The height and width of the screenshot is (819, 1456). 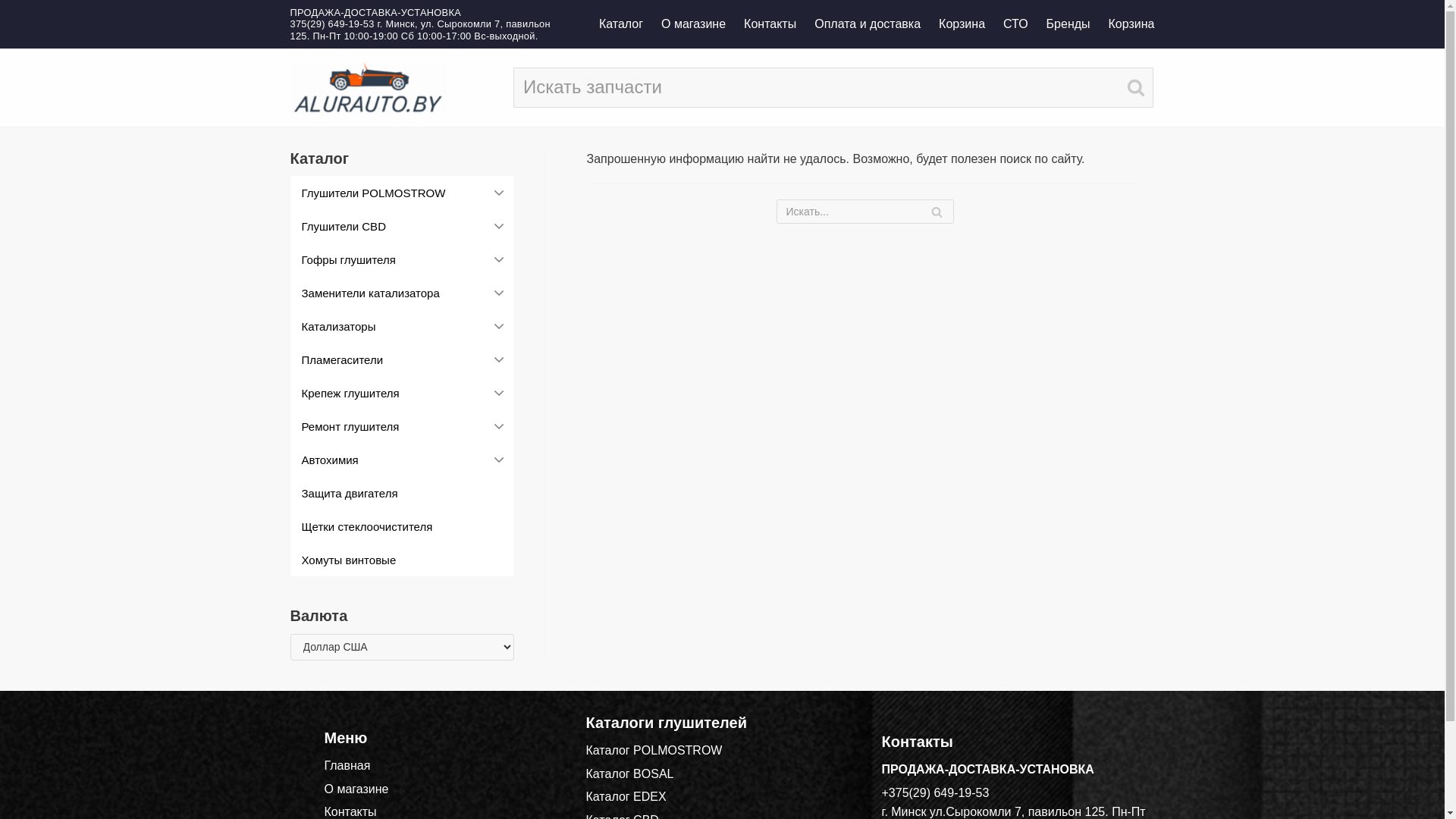 I want to click on 'alurauto.by', so click(x=368, y=87).